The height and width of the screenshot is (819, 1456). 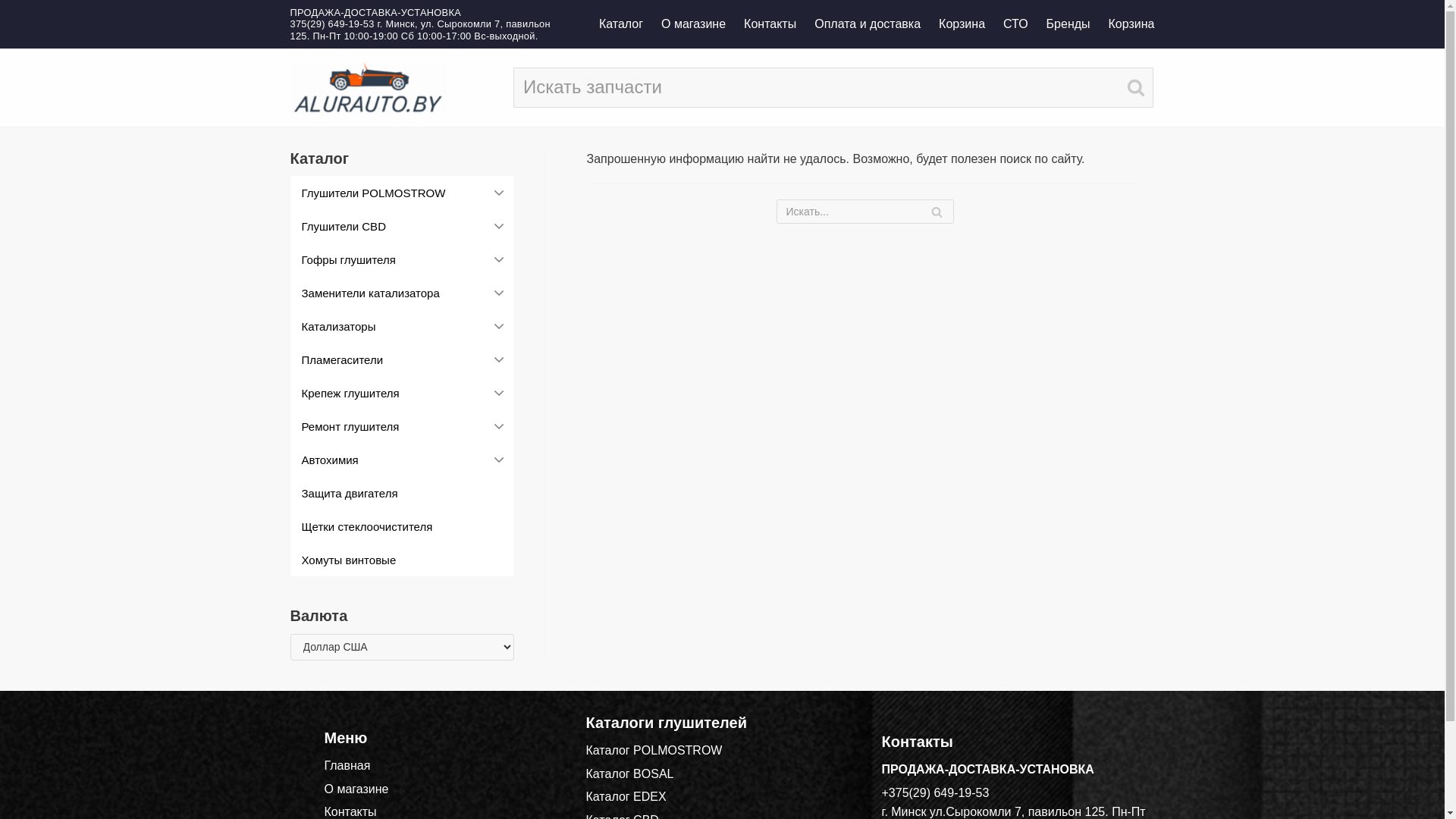 I want to click on 'alurauto.by', so click(x=368, y=87).